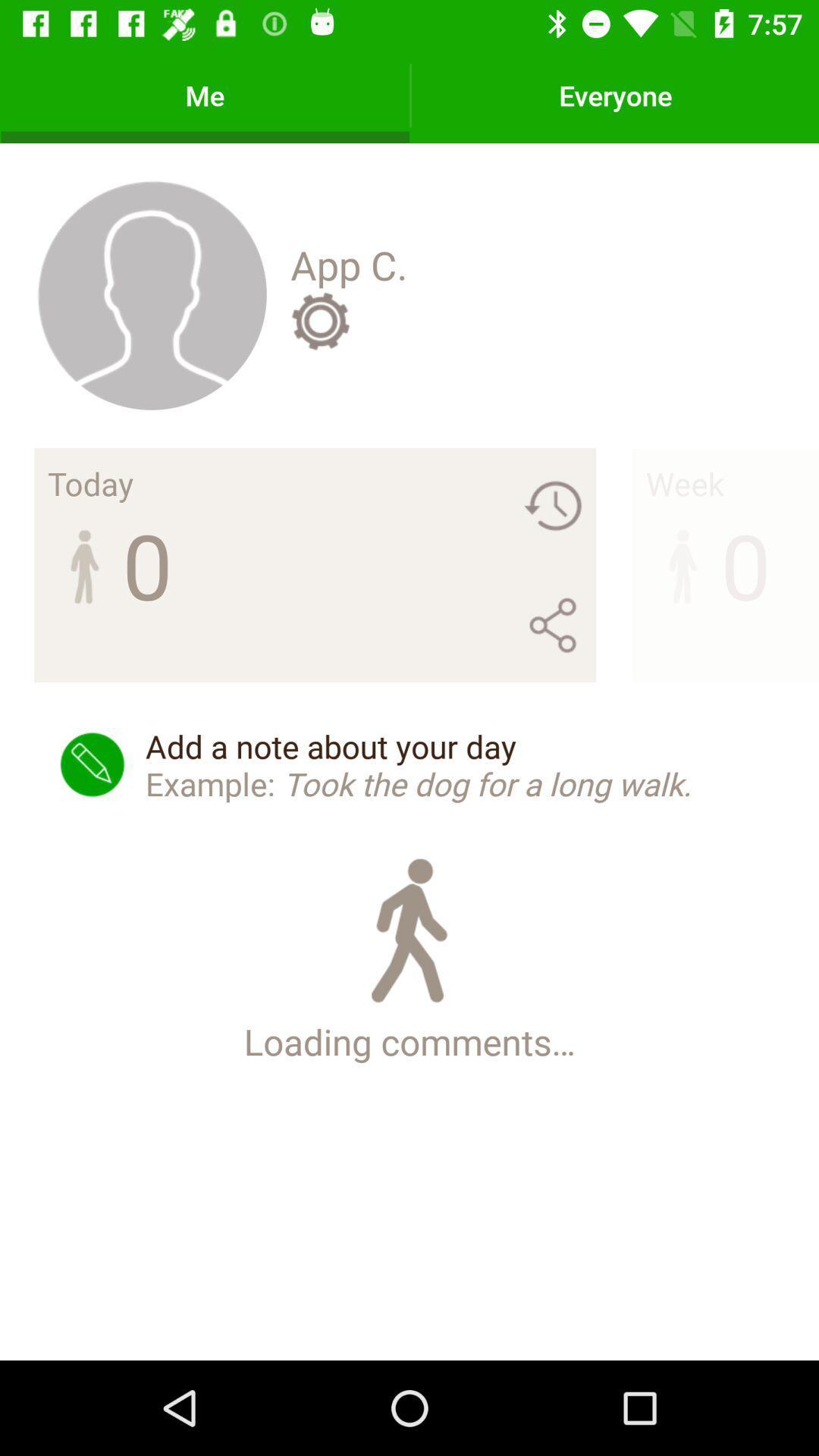 The height and width of the screenshot is (1456, 819). What do you see at coordinates (409, 764) in the screenshot?
I see `add a note icon` at bounding box center [409, 764].